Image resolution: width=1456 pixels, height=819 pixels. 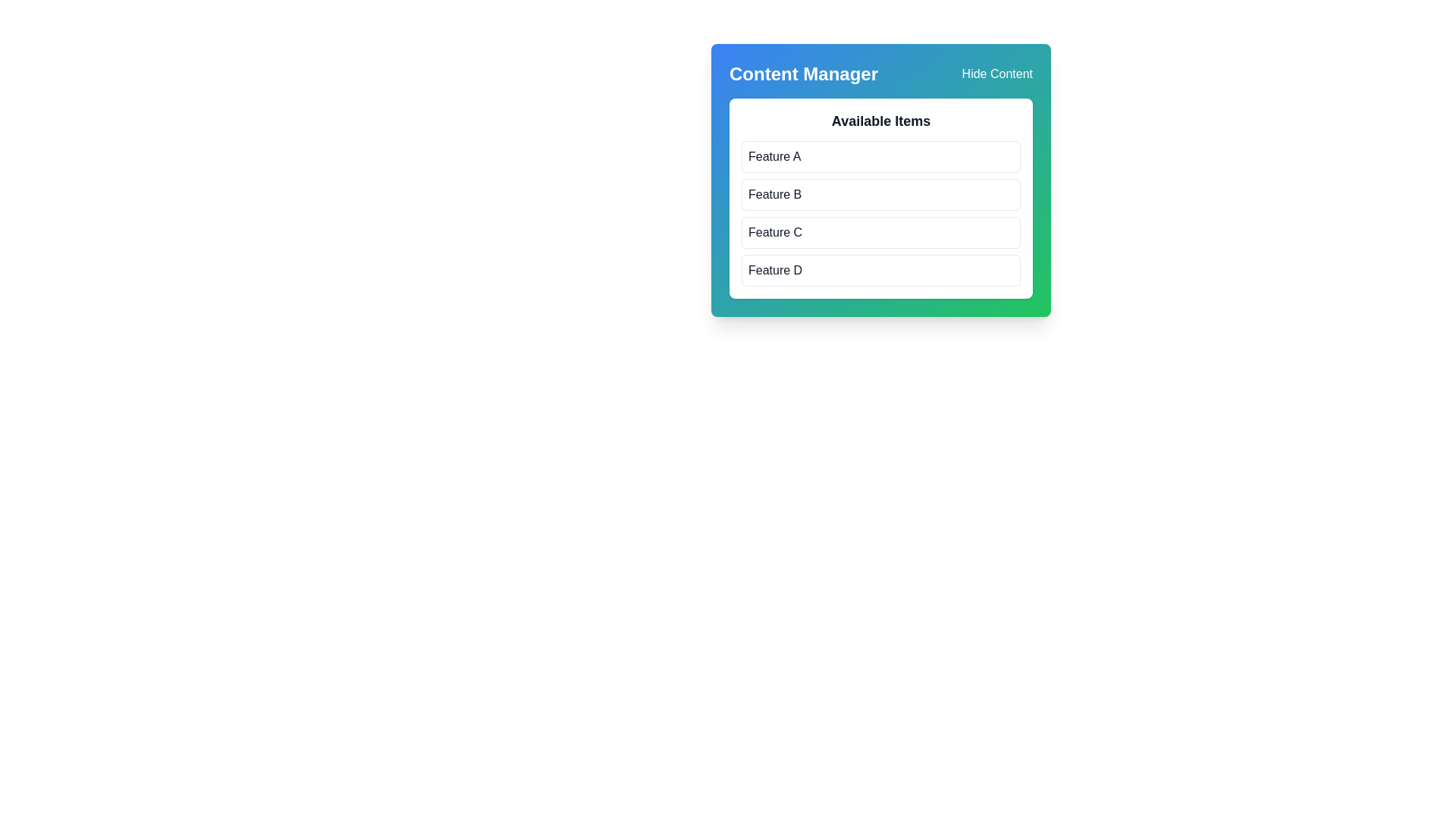 What do you see at coordinates (880, 180) in the screenshot?
I see `the 'Feature B' list item under the 'Available Items' category` at bounding box center [880, 180].